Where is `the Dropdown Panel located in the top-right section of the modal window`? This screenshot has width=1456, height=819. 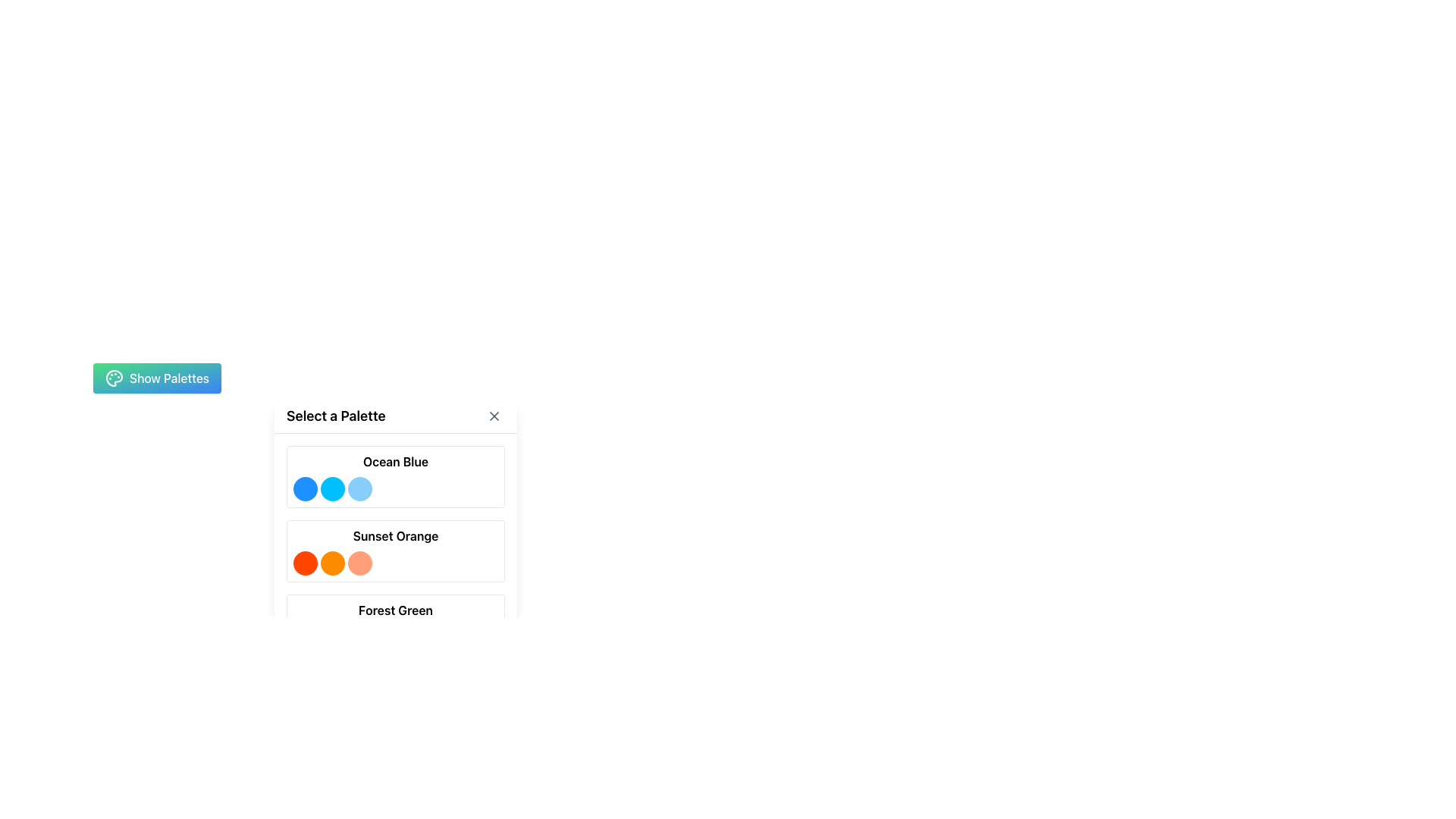 the Dropdown Panel located in the top-right section of the modal window is located at coordinates (396, 533).